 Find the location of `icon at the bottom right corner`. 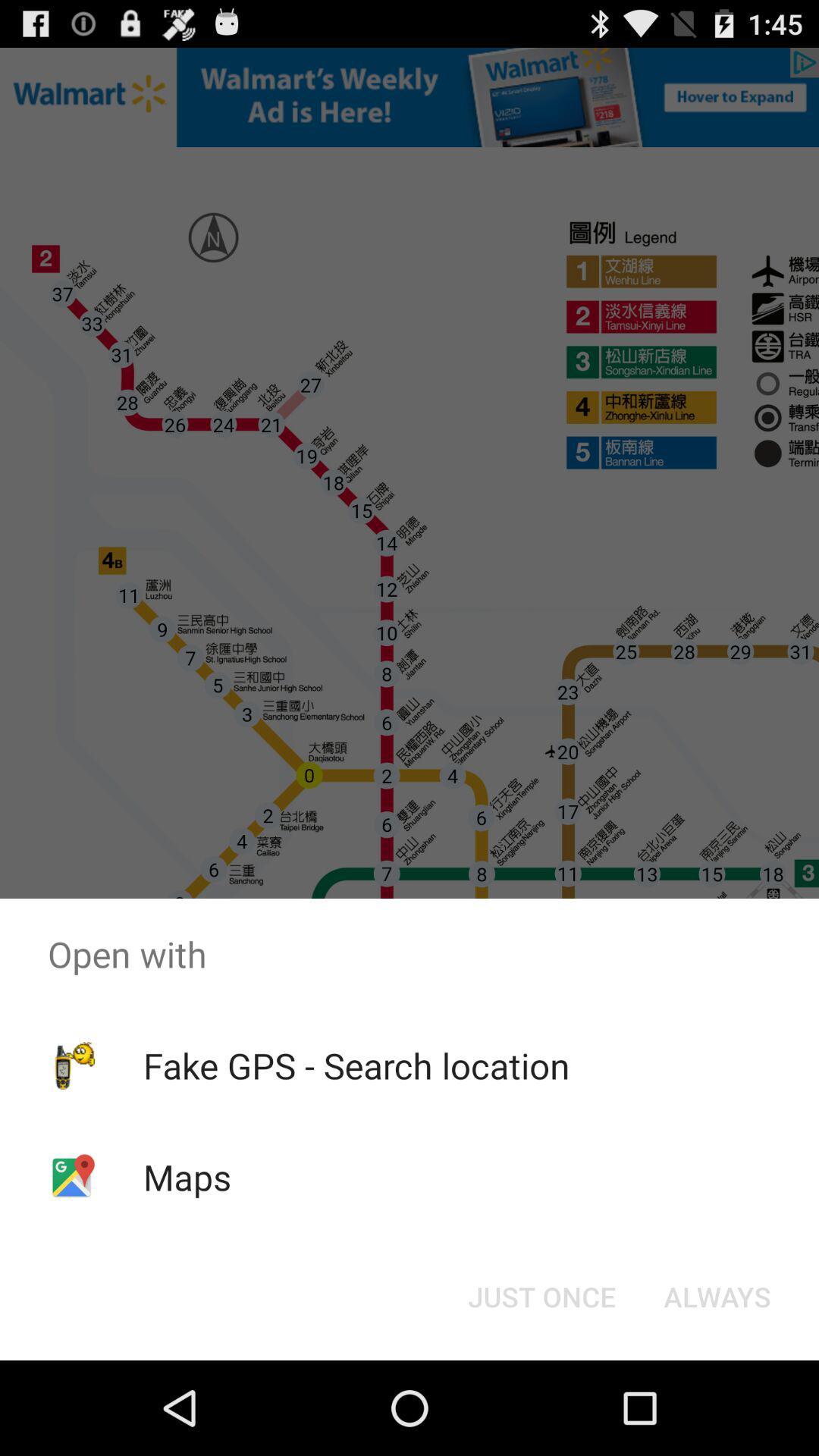

icon at the bottom right corner is located at coordinates (717, 1295).